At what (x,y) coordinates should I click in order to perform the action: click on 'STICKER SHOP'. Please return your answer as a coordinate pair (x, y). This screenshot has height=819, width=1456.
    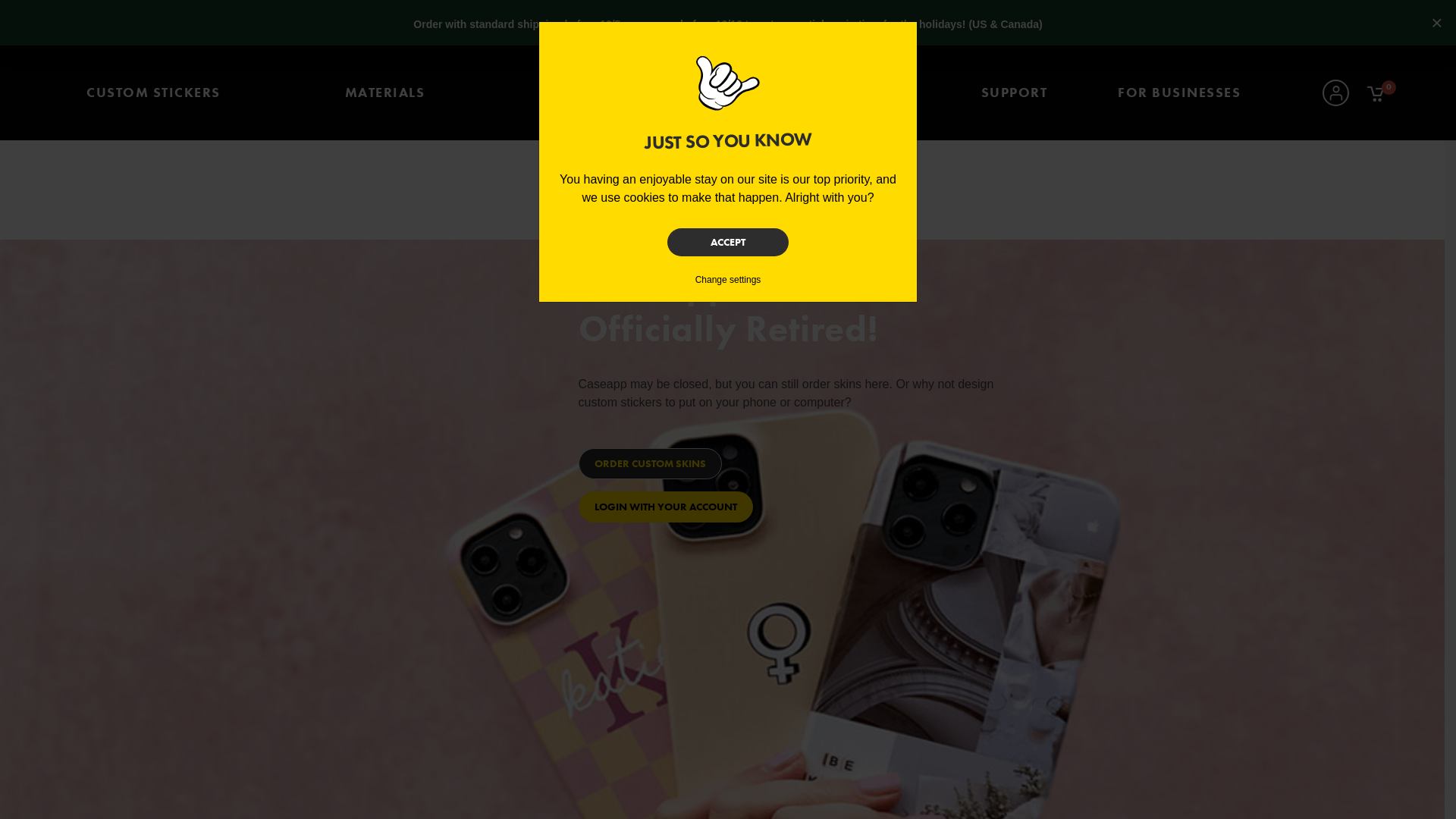
    Looking at the image, I should click on (858, 93).